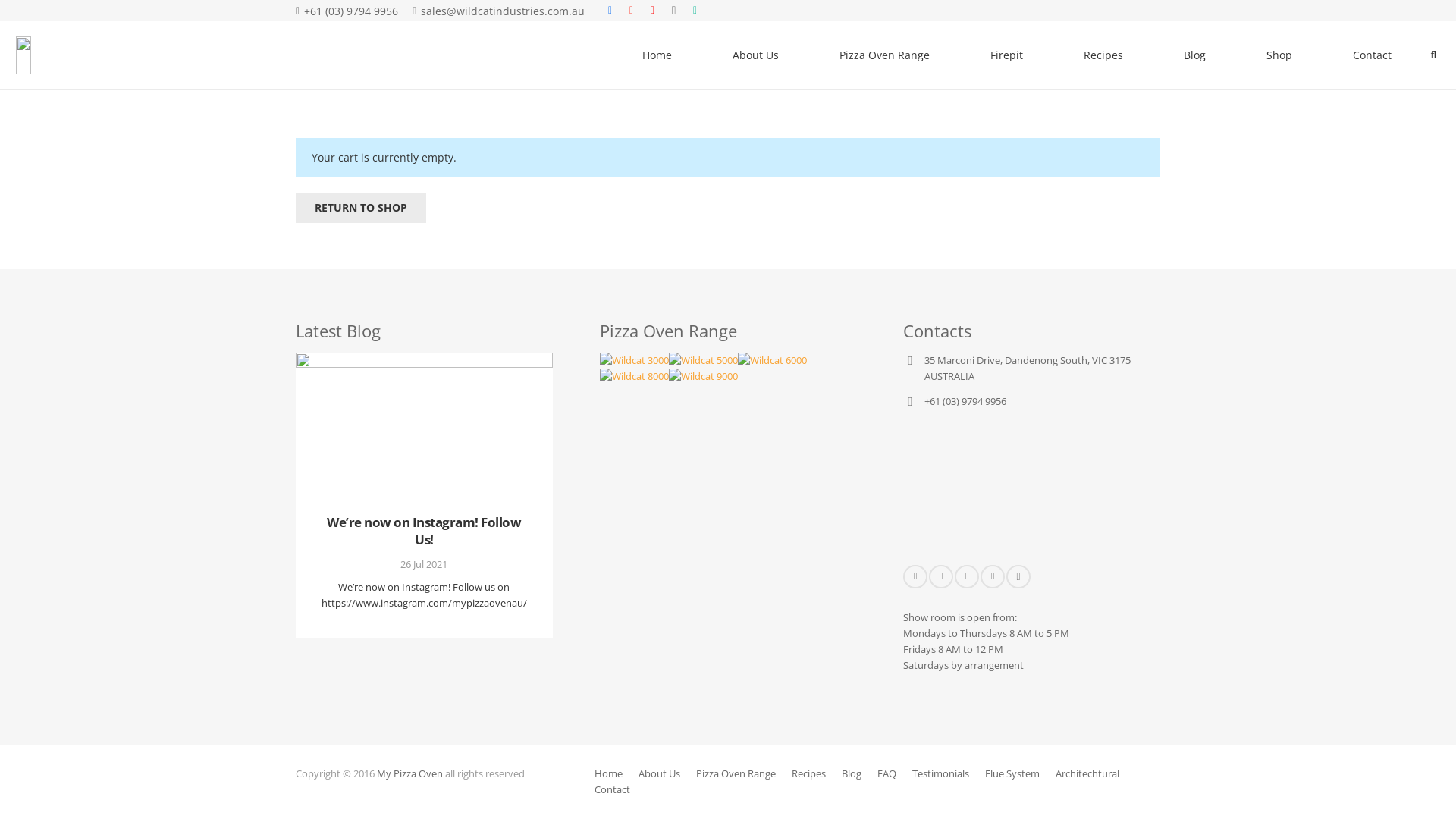  Describe the element at coordinates (612, 789) in the screenshot. I see `'Contact'` at that location.